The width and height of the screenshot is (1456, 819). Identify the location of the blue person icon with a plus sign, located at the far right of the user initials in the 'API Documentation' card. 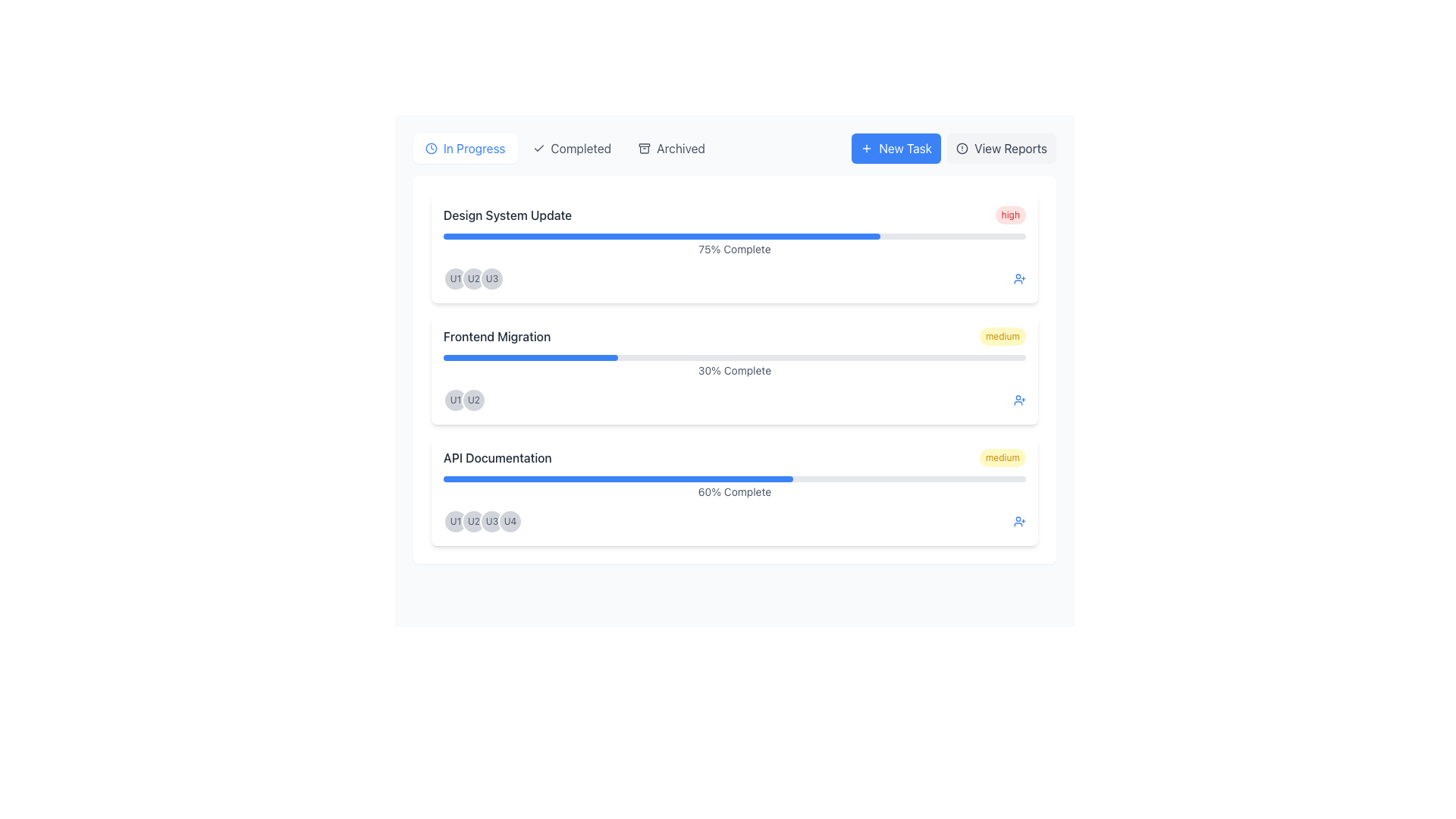
(1019, 520).